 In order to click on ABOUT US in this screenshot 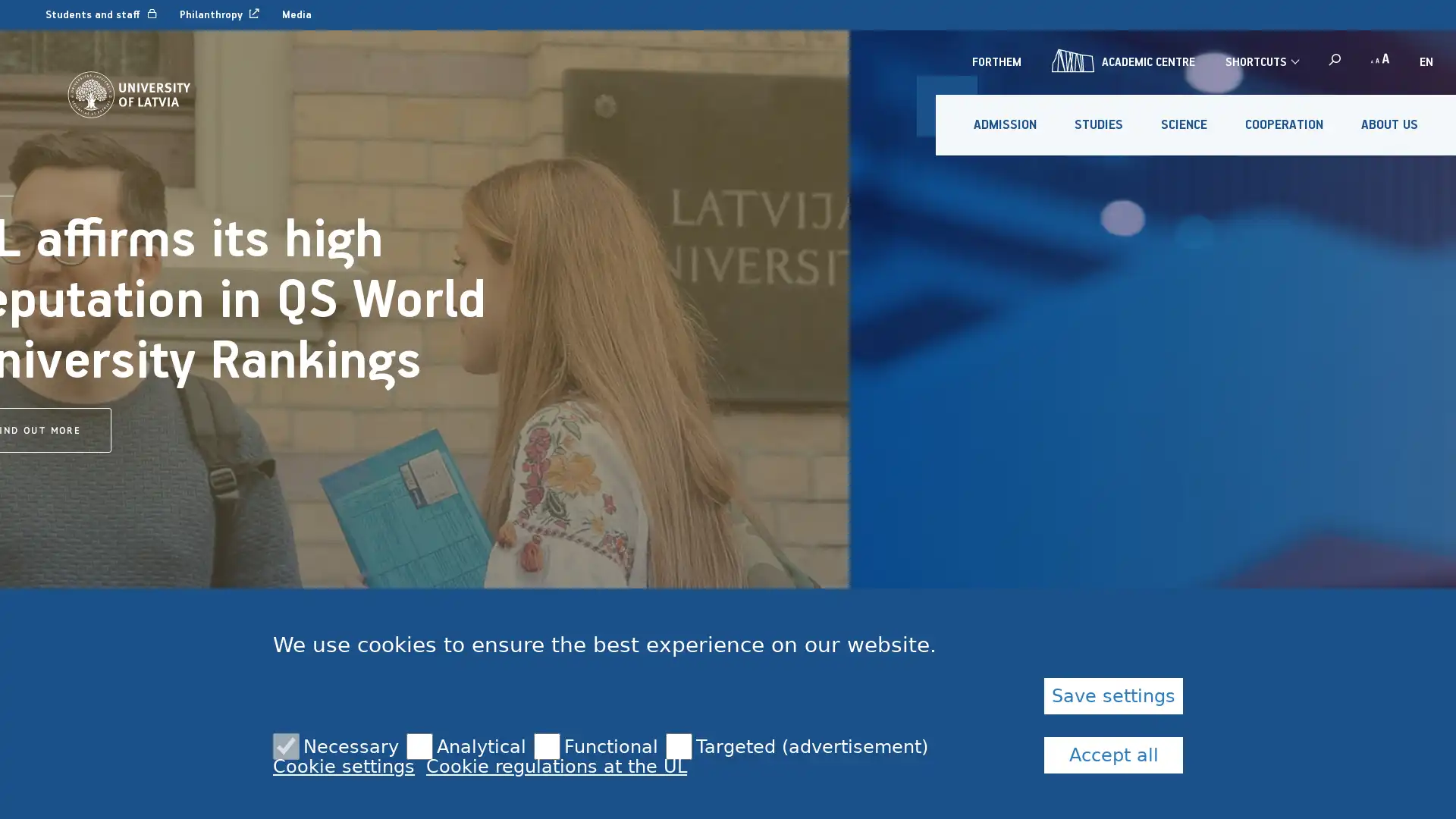, I will do `click(1389, 124)`.